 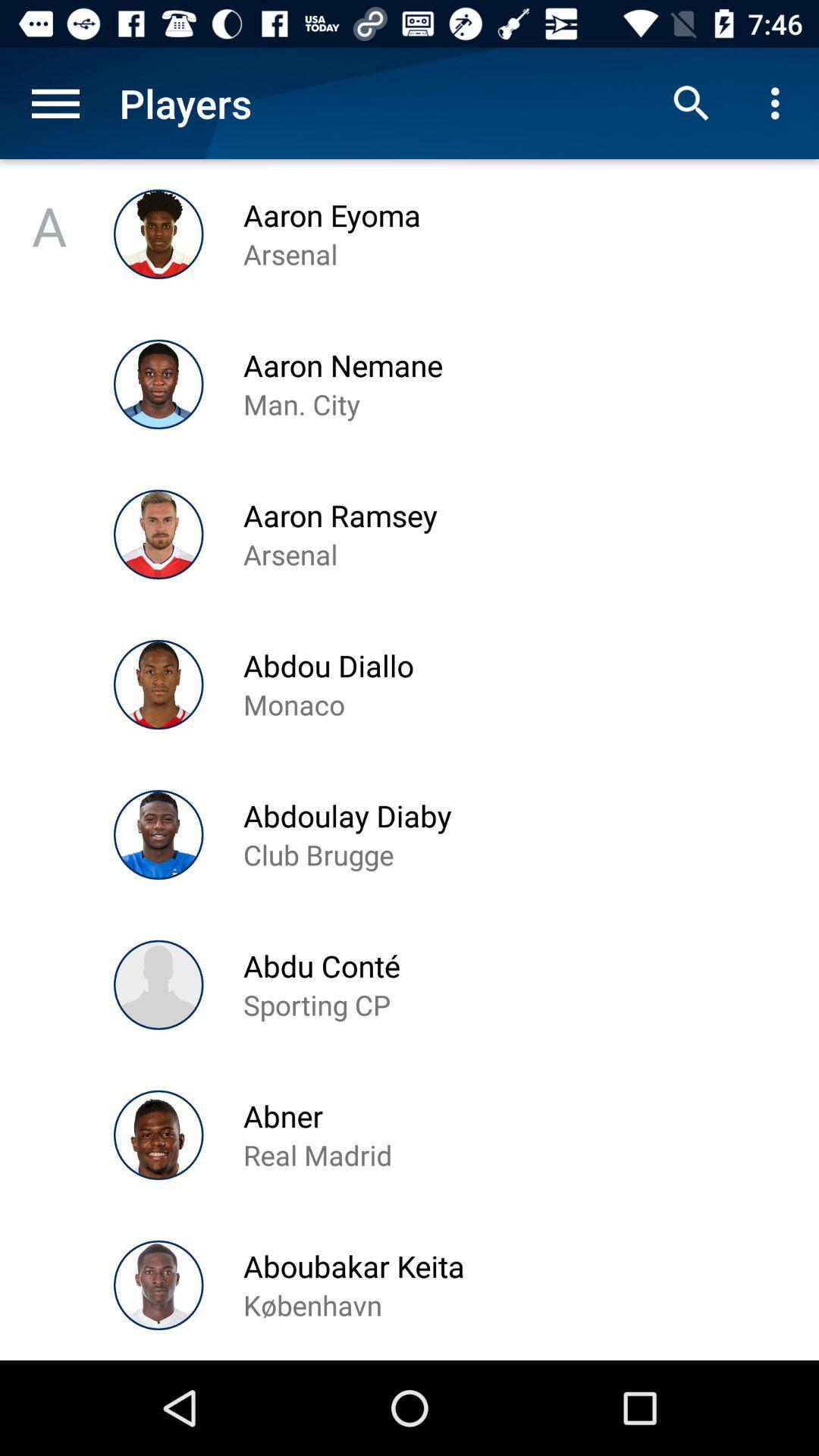 I want to click on the image left to the aaron nemane, so click(x=158, y=384).